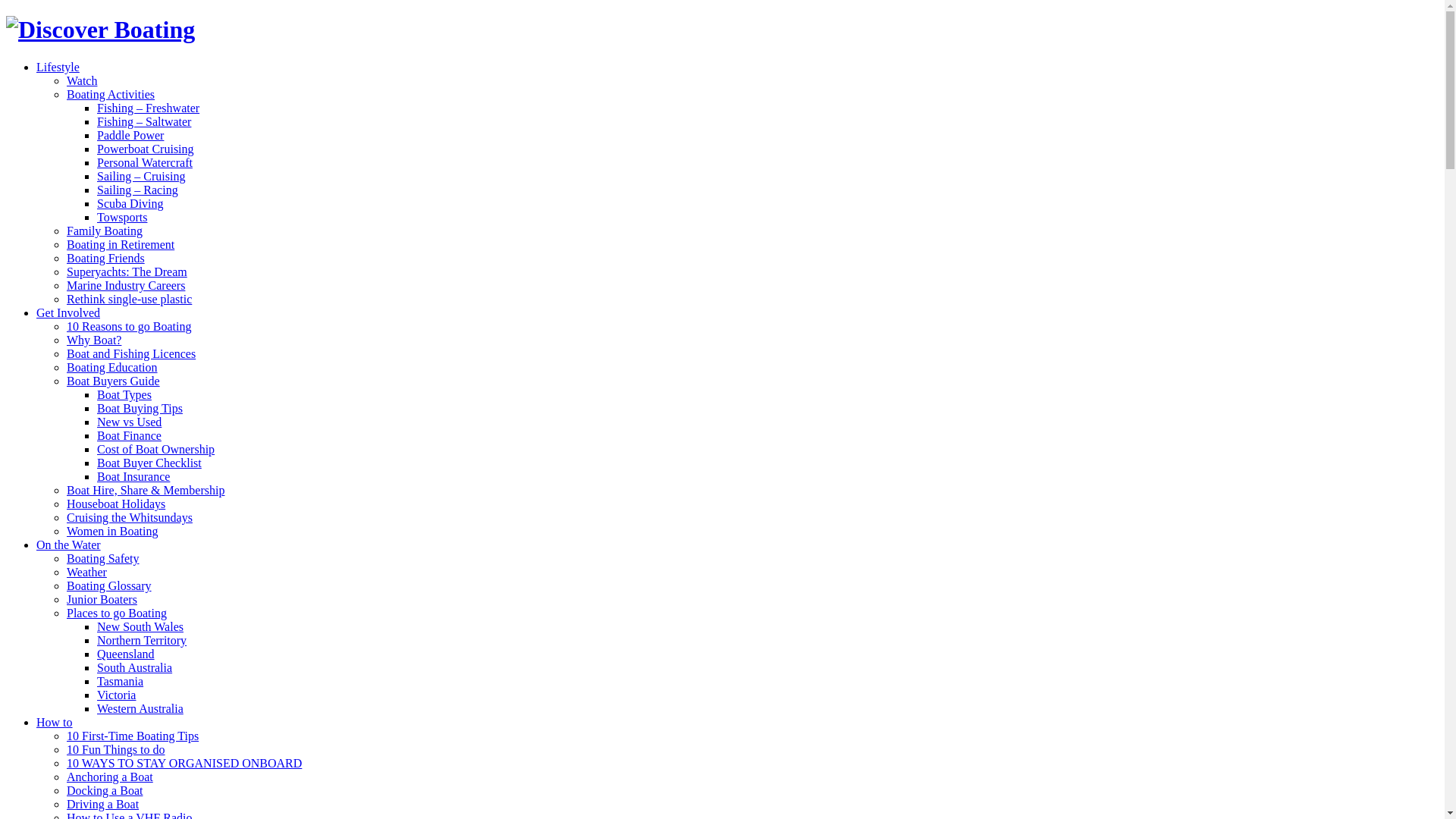 The width and height of the screenshot is (1456, 819). Describe the element at coordinates (67, 544) in the screenshot. I see `'On the Water'` at that location.